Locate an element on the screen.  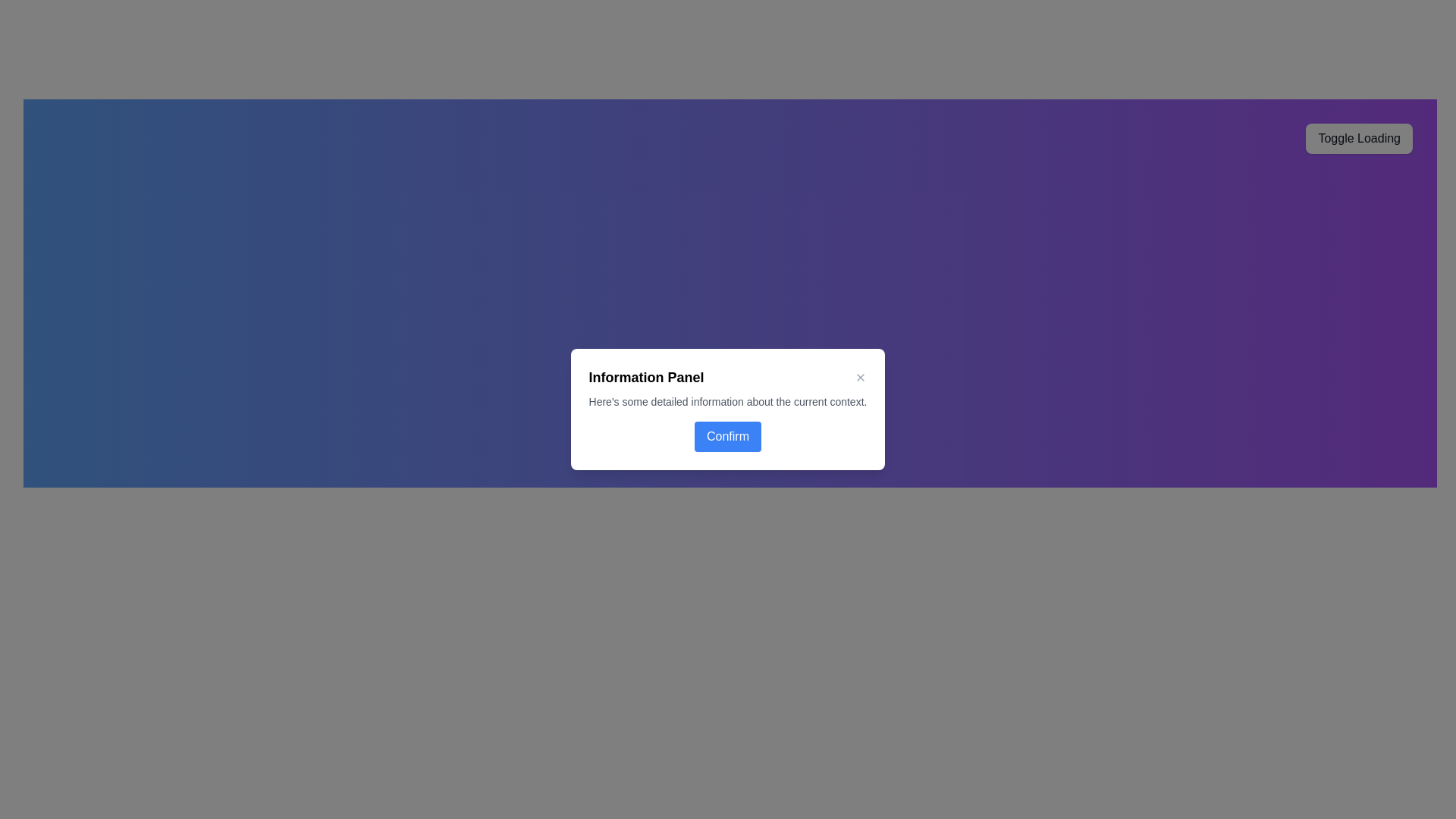
the close button (an 'X' symbol) located at the top-right corner of the Information Panel is located at coordinates (860, 376).